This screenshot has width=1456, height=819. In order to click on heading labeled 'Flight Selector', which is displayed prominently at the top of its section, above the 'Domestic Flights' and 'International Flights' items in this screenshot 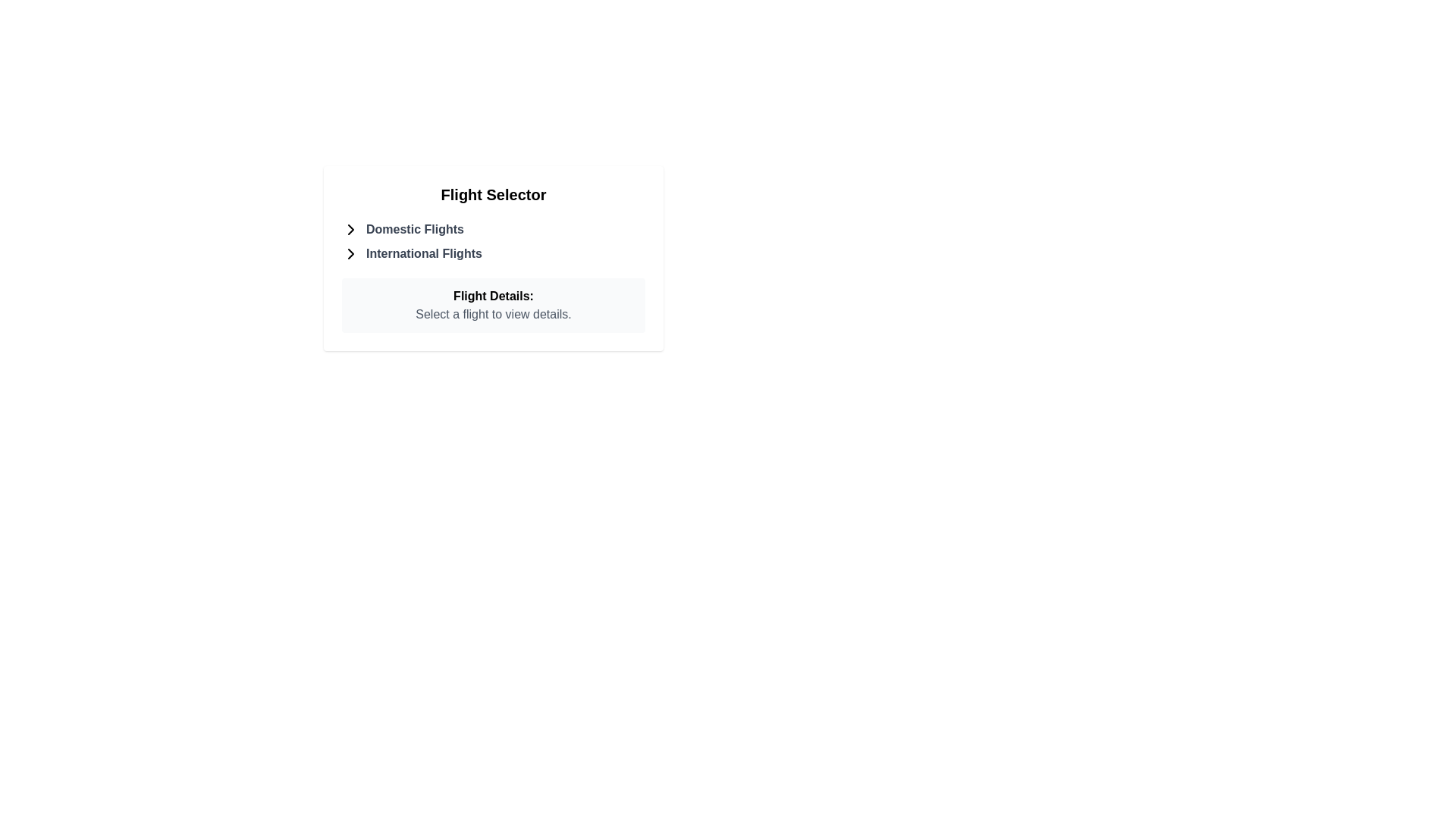, I will do `click(494, 194)`.